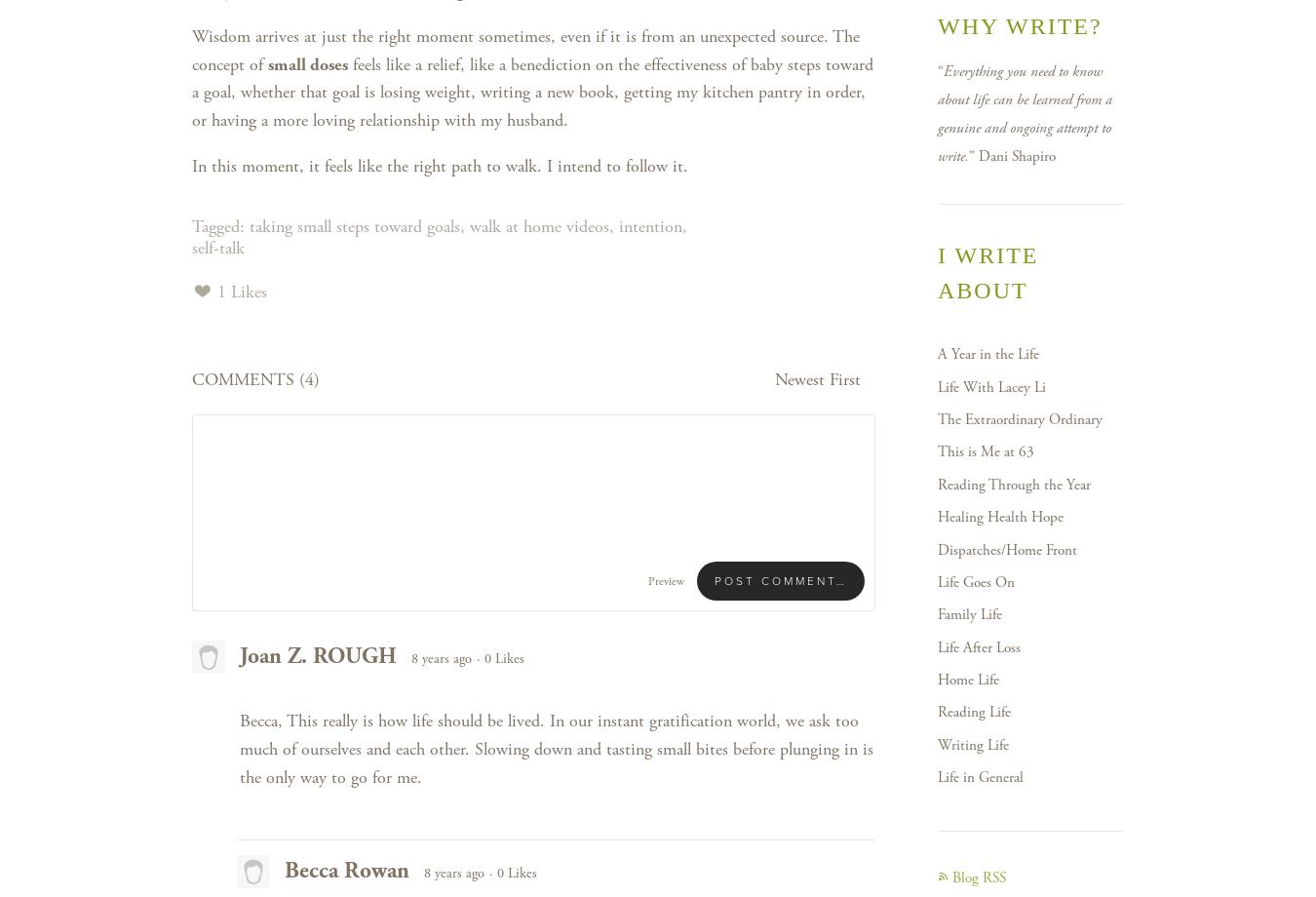  I want to click on 'Life in General', so click(937, 777).